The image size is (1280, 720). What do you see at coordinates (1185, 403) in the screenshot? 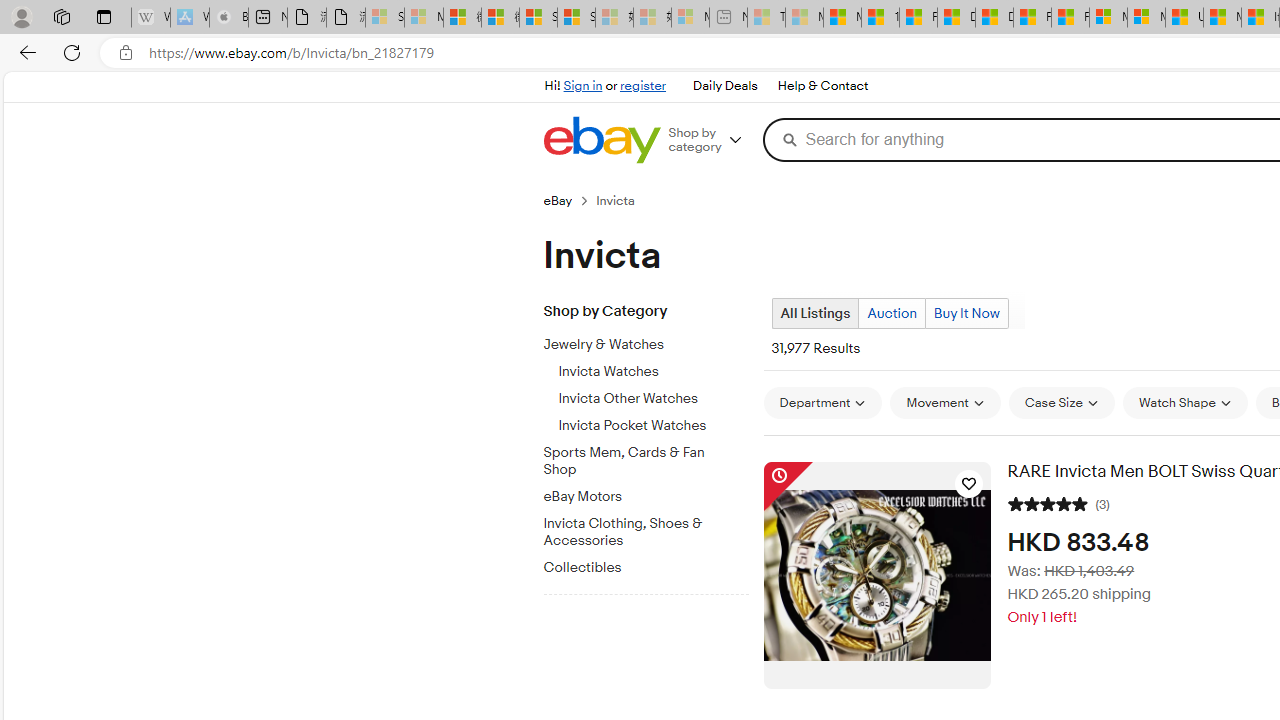
I see `'Watch Shape'` at bounding box center [1185, 403].